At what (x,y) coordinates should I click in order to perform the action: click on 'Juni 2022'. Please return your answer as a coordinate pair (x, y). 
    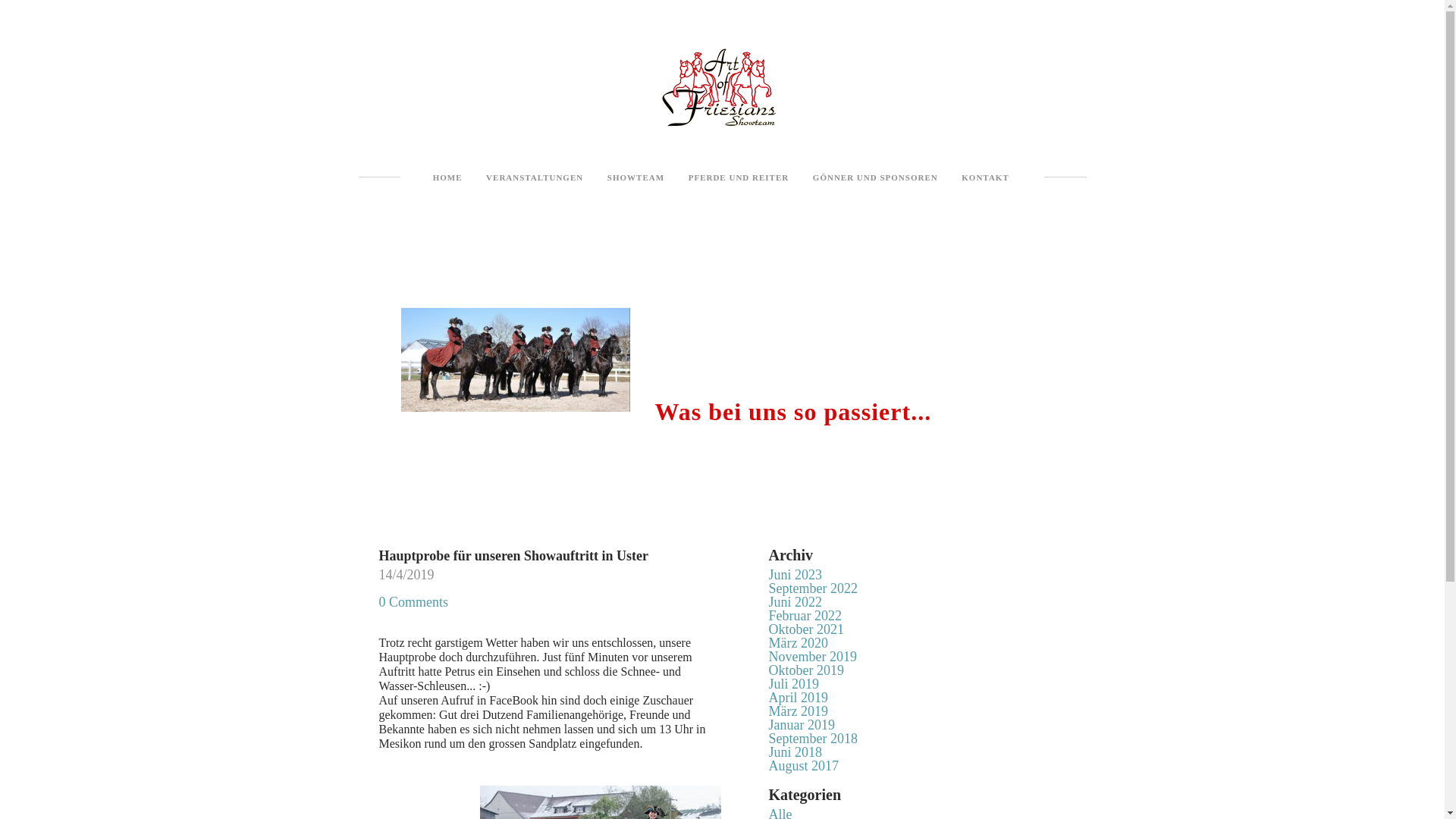
    Looking at the image, I should click on (795, 601).